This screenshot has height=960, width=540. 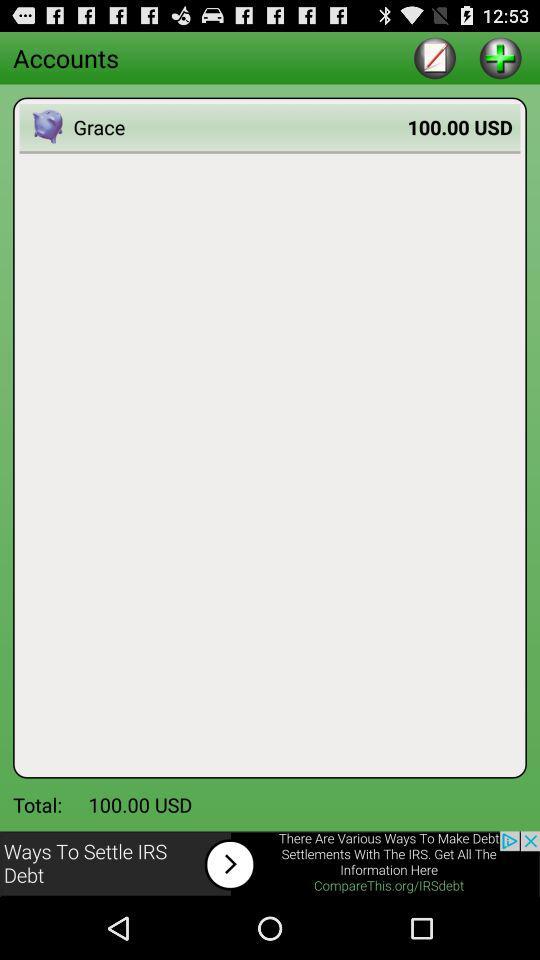 What do you see at coordinates (434, 56) in the screenshot?
I see `edit text` at bounding box center [434, 56].